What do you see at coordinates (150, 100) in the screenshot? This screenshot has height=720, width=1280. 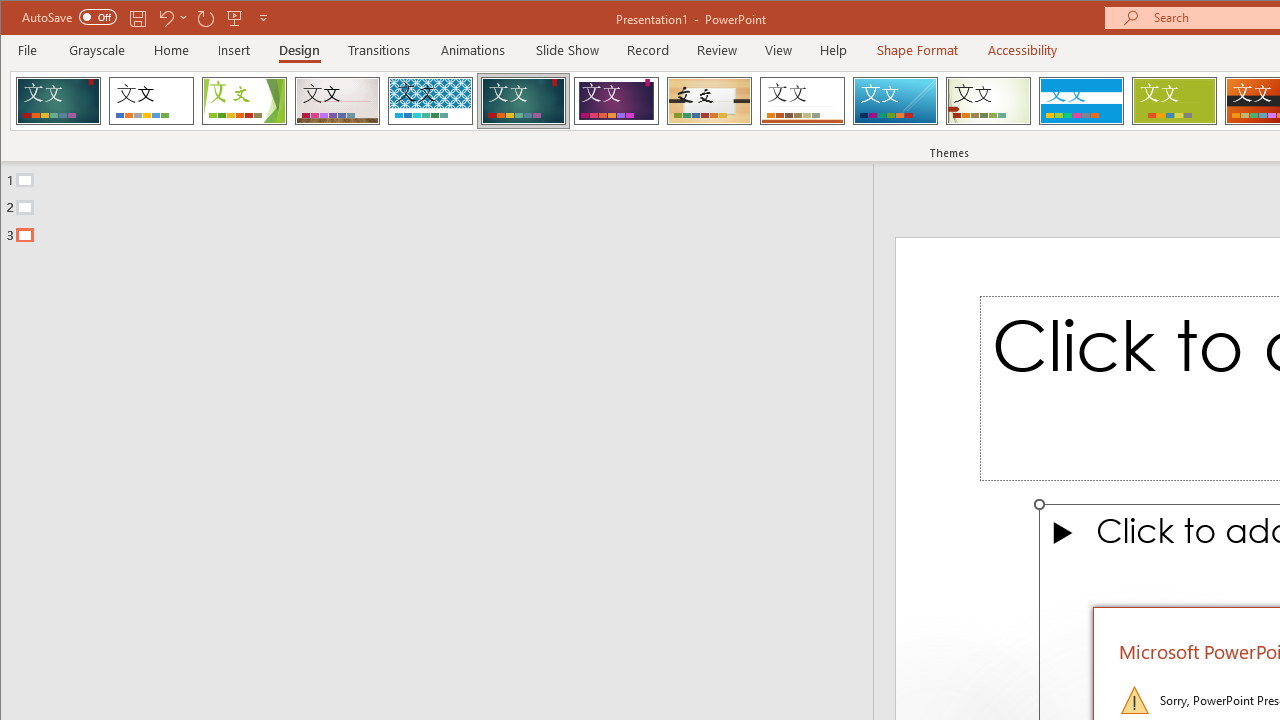 I see `'Office Theme'` at bounding box center [150, 100].